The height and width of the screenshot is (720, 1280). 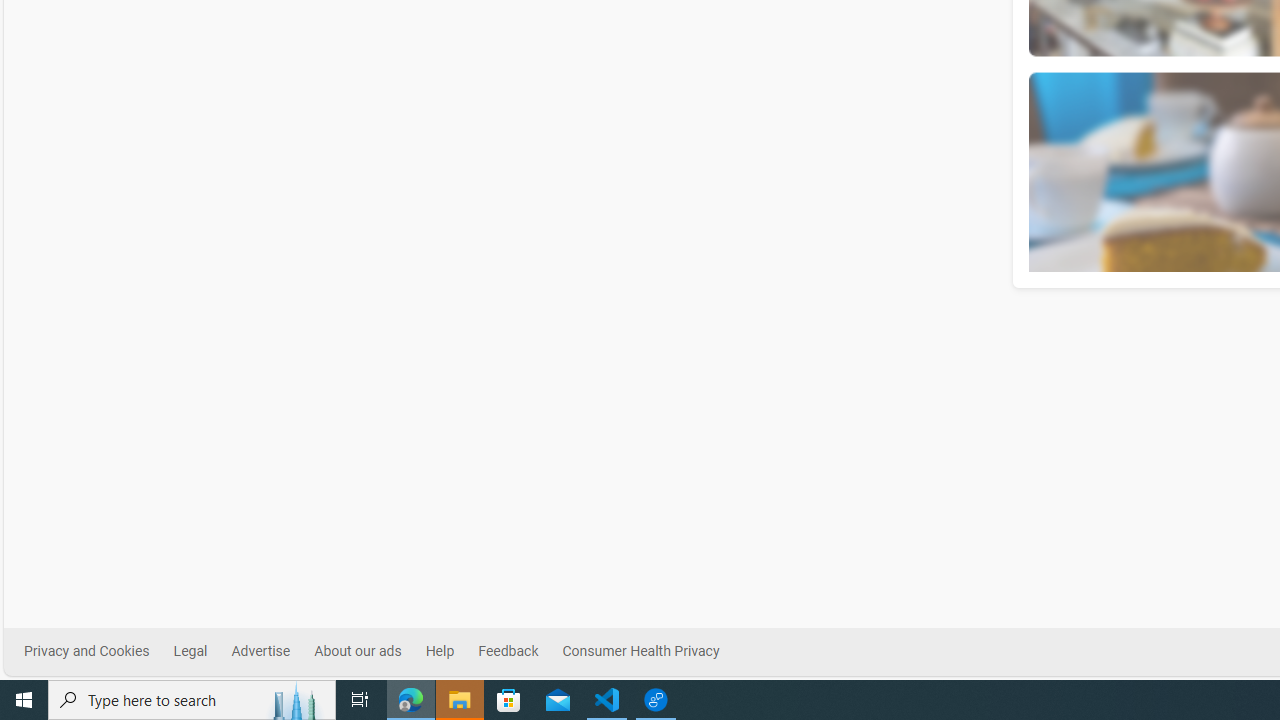 What do you see at coordinates (438, 651) in the screenshot?
I see `'Help'` at bounding box center [438, 651].